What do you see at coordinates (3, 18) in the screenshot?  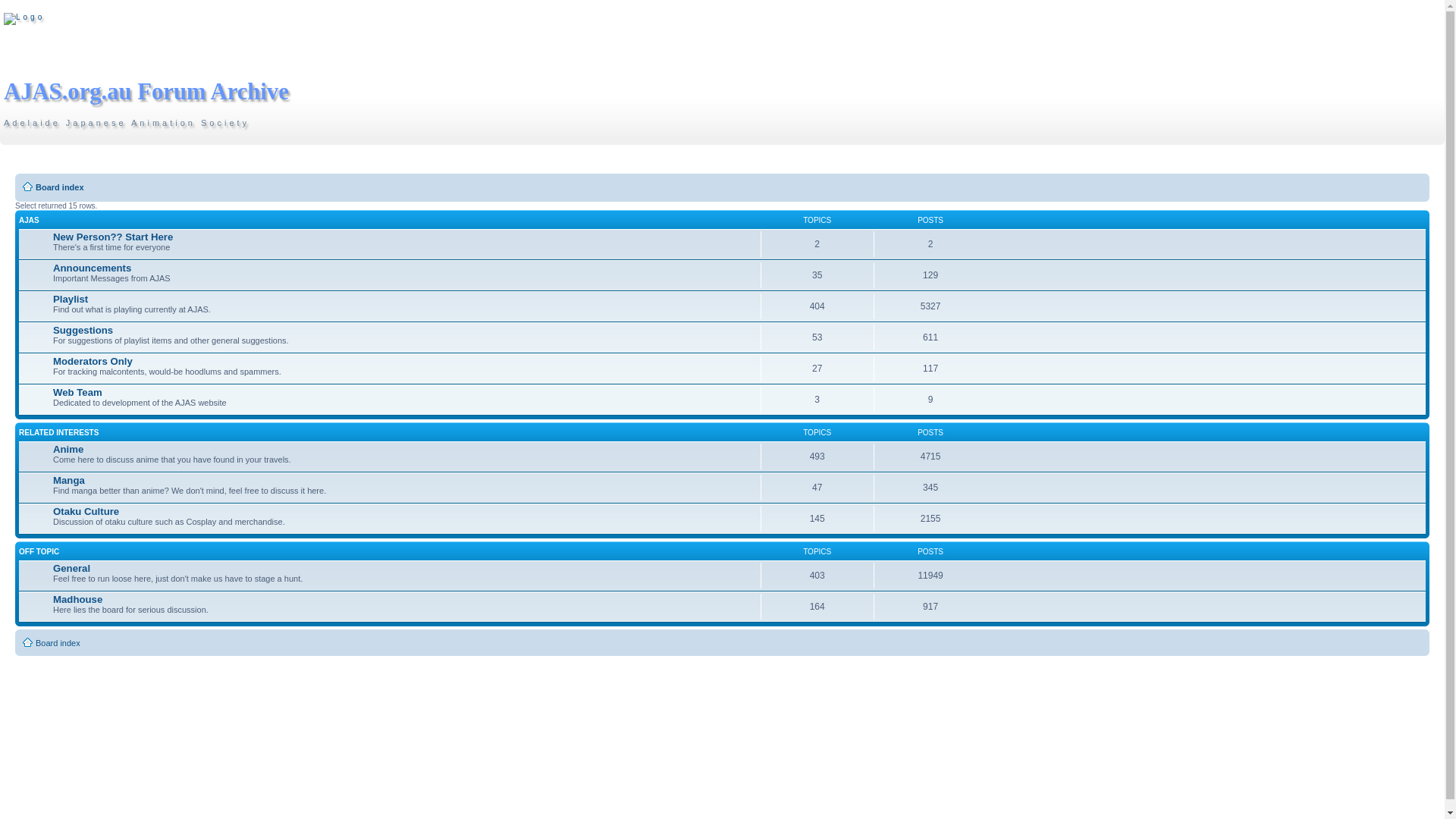 I see `'Board index'` at bounding box center [3, 18].